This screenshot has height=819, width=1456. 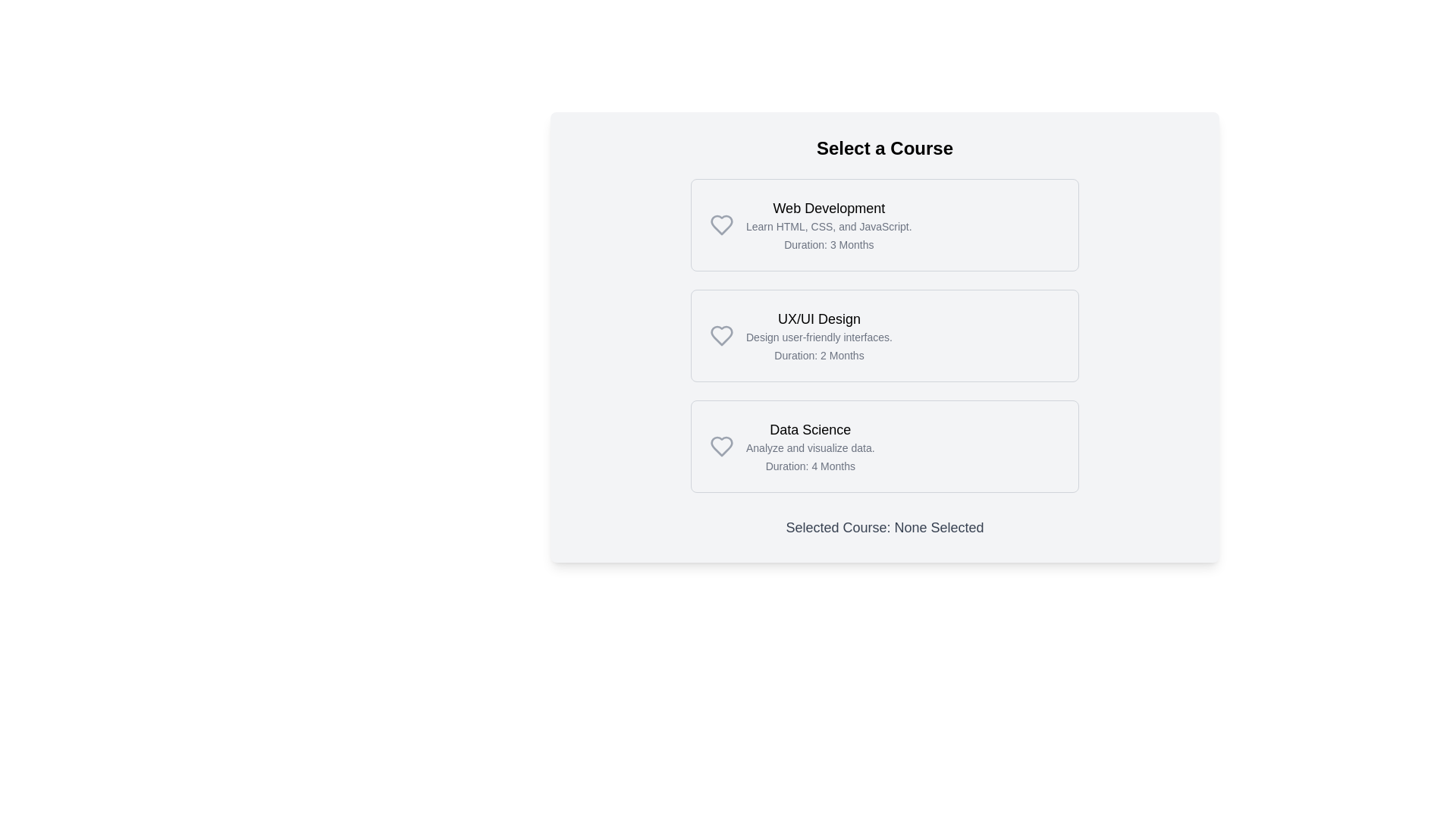 I want to click on the static text label that communicates the duration of the 'Data Science' course, which indicates that the course lasts for four months, so click(x=809, y=465).